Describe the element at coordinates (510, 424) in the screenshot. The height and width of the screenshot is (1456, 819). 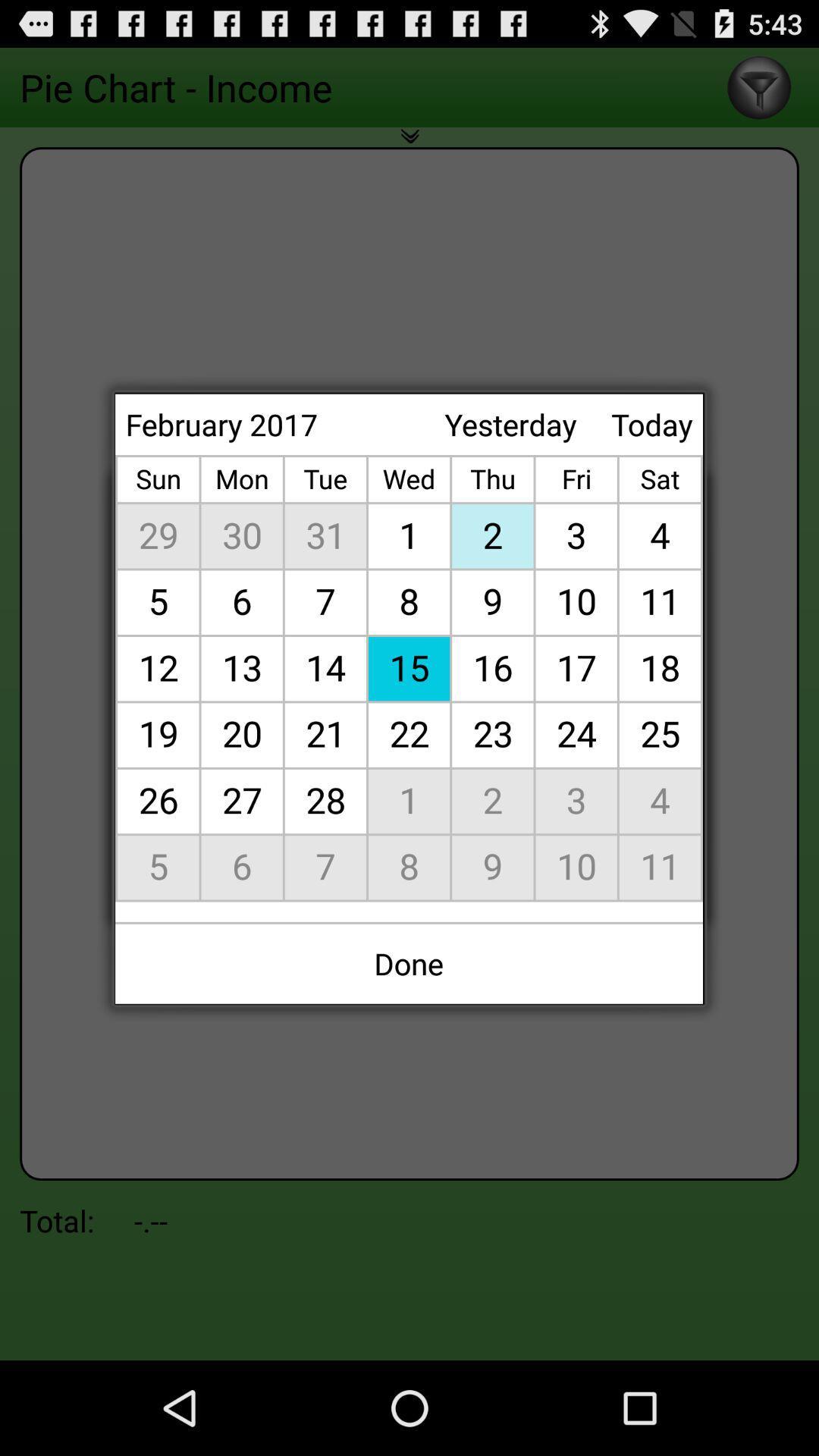
I see `yesterday item` at that location.